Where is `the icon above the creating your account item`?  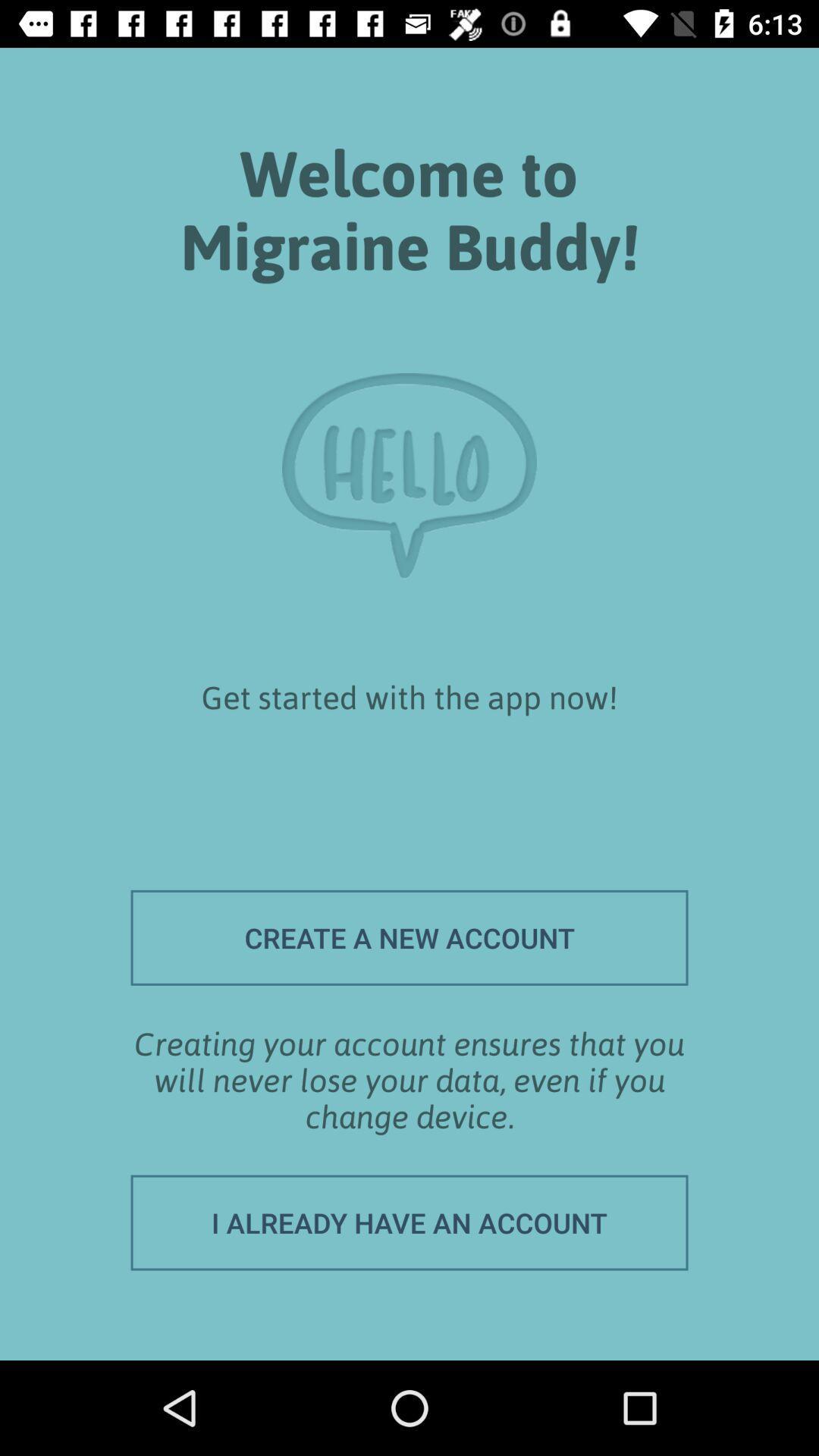 the icon above the creating your account item is located at coordinates (409, 937).